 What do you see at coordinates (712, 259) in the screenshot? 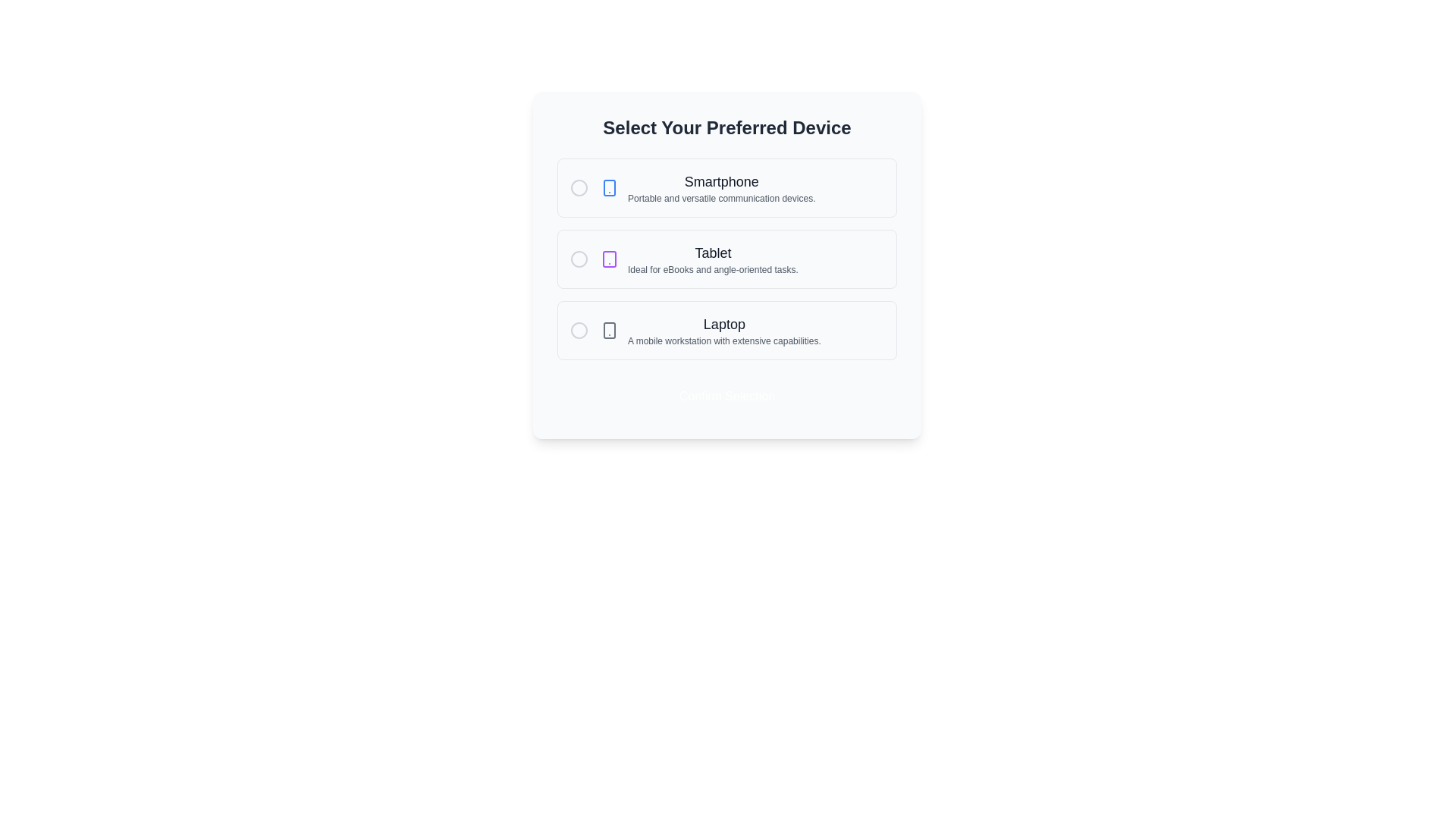
I see `descriptive label for the 'Tablet' device option, which is the second item in a vertical list of device options in the selection dialog` at bounding box center [712, 259].